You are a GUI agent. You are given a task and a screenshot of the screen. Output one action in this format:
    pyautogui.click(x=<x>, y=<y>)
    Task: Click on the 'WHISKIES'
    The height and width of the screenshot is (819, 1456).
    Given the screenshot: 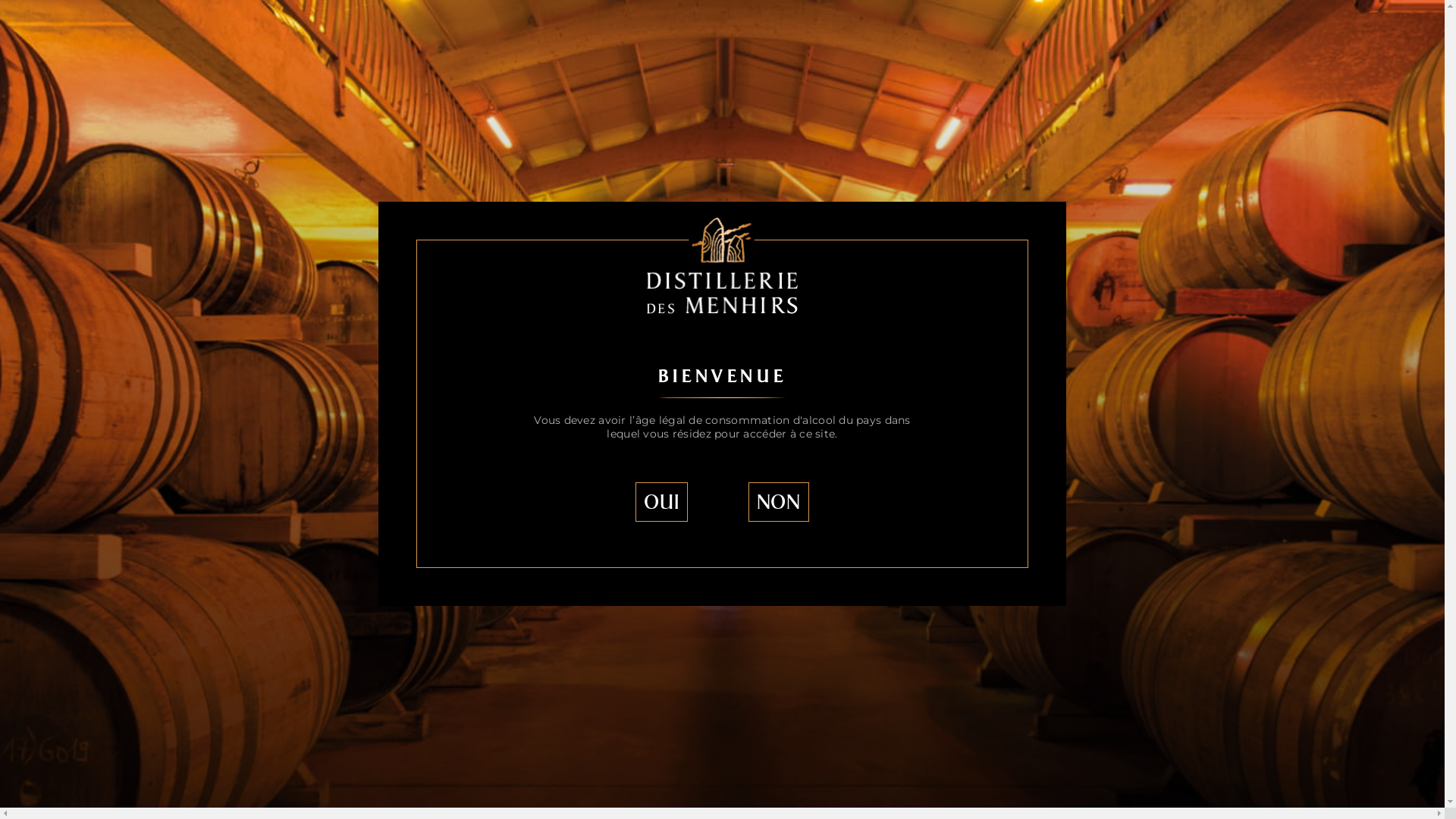 What is the action you would take?
    pyautogui.click(x=584, y=34)
    